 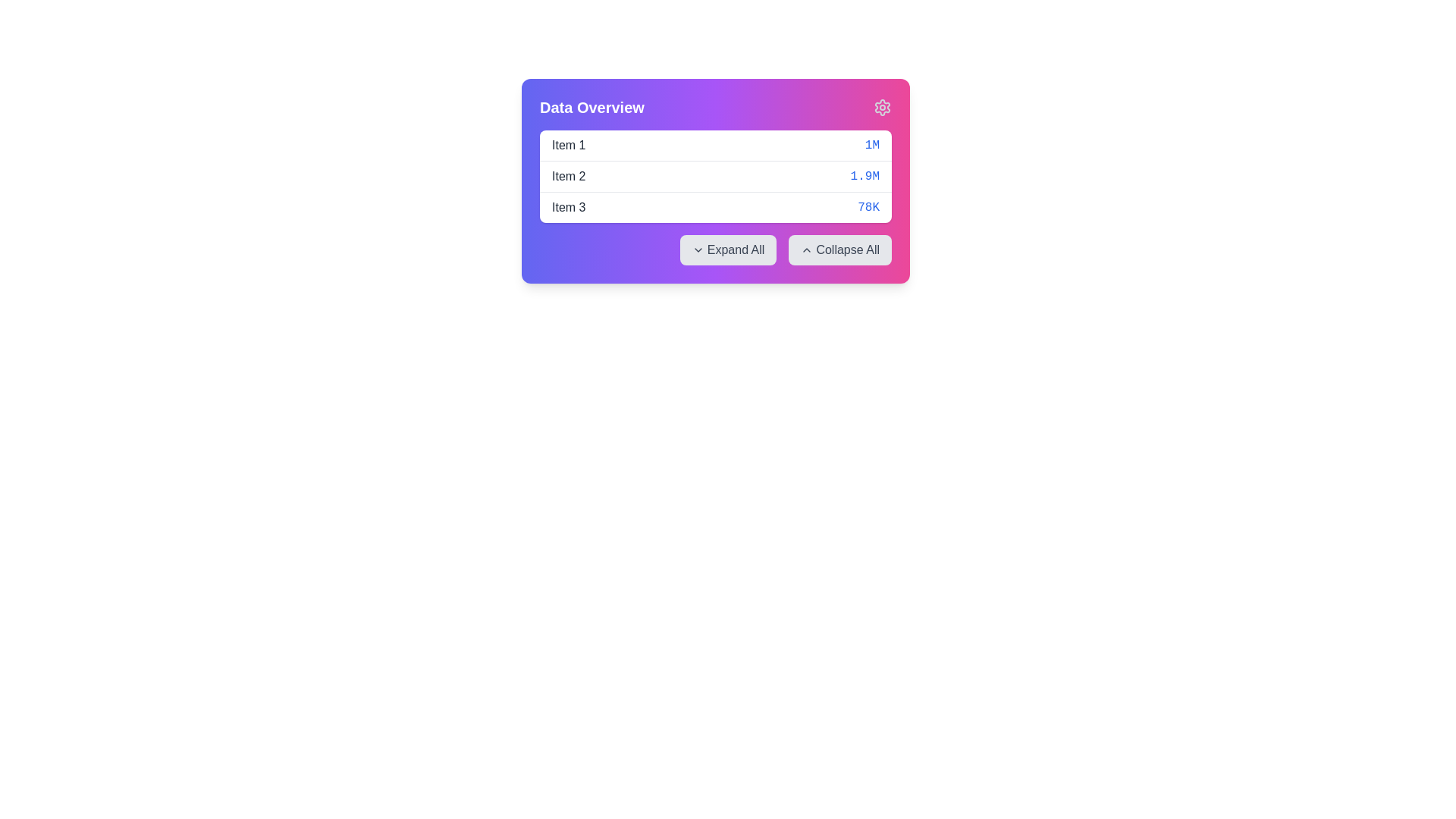 I want to click on the first list item displaying 'Item 1' on the left and '1M' on the right, located within the 'Data Overview' card component, so click(x=715, y=146).